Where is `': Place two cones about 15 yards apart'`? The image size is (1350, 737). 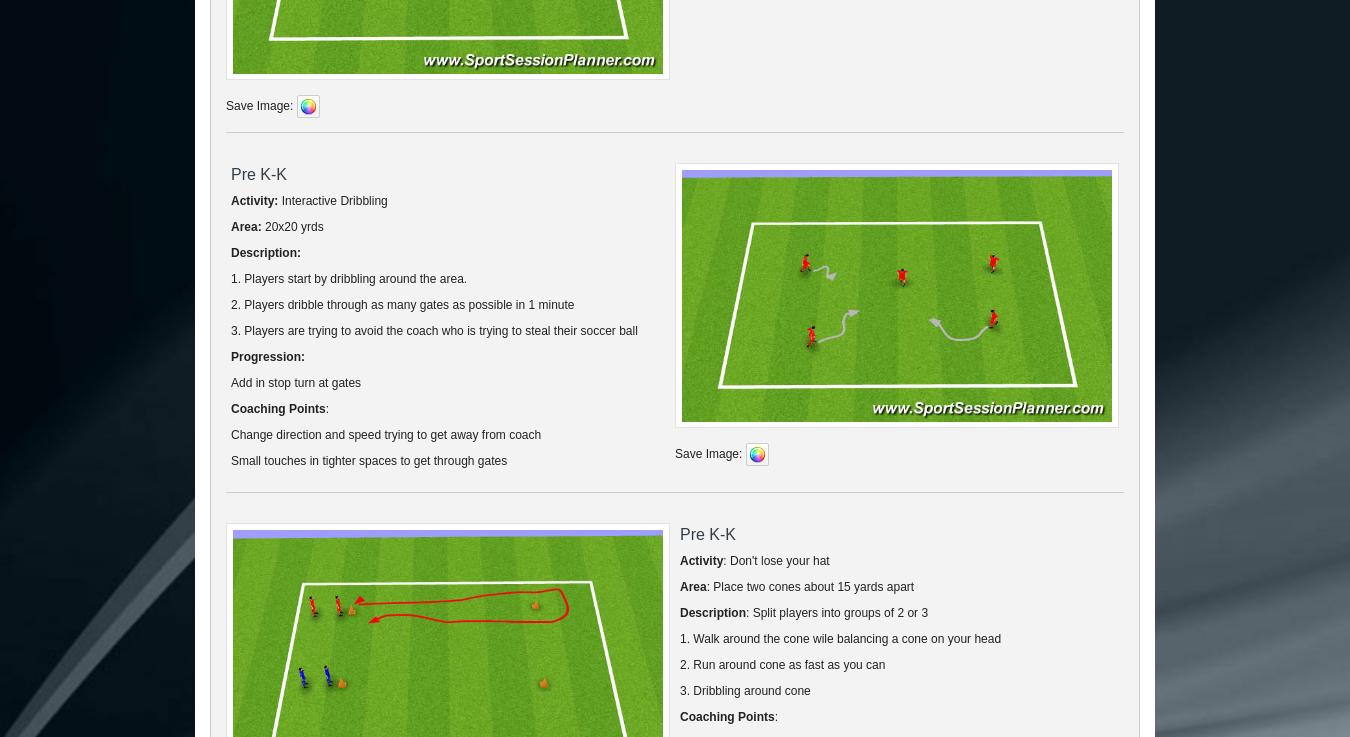
': Place two cones about 15 yards apart' is located at coordinates (810, 586).